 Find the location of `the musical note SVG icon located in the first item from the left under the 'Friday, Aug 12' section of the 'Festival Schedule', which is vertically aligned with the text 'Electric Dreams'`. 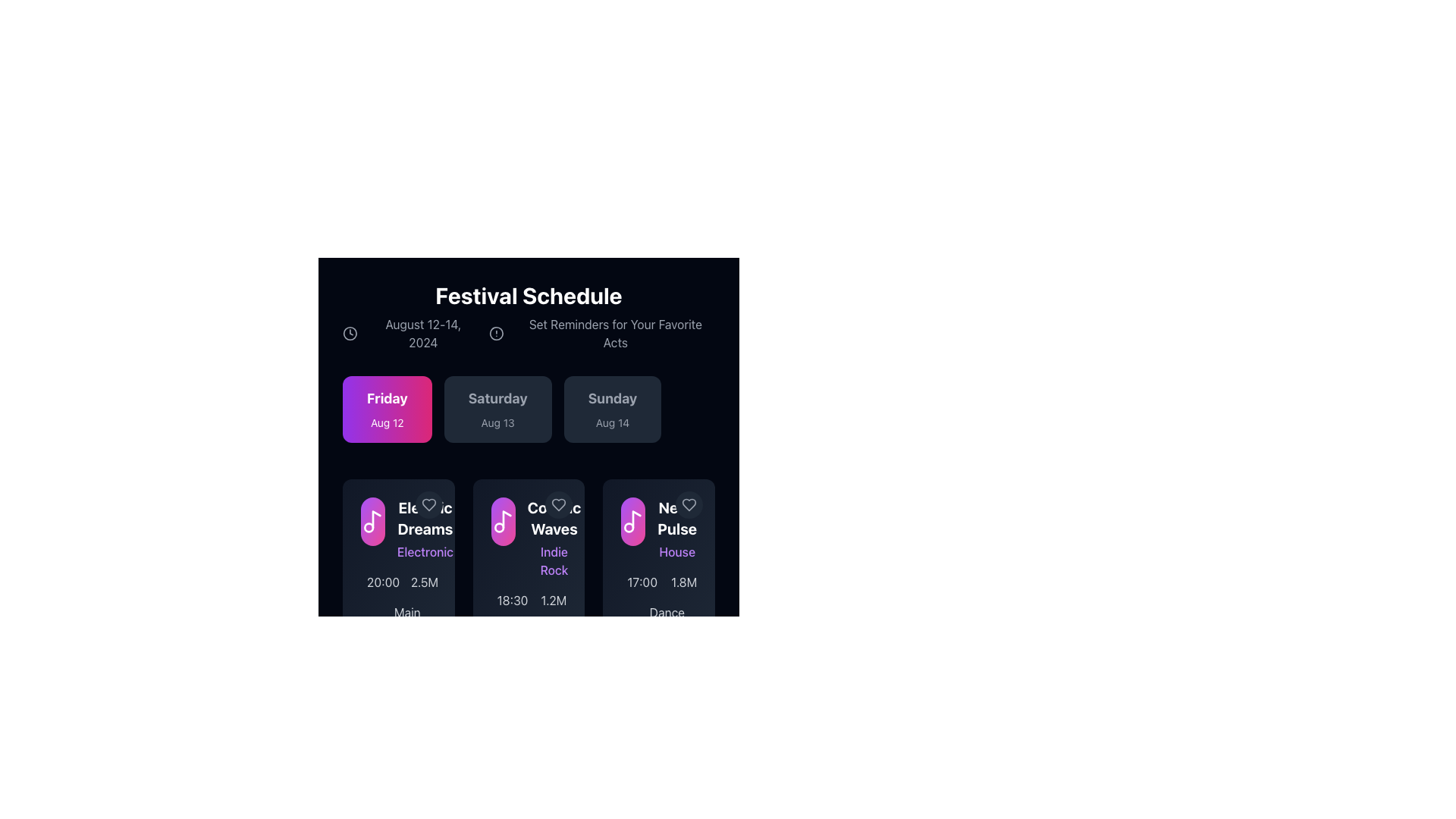

the musical note SVG icon located in the first item from the left under the 'Friday, Aug 12' section of the 'Festival Schedule', which is vertically aligned with the text 'Electric Dreams' is located at coordinates (372, 520).